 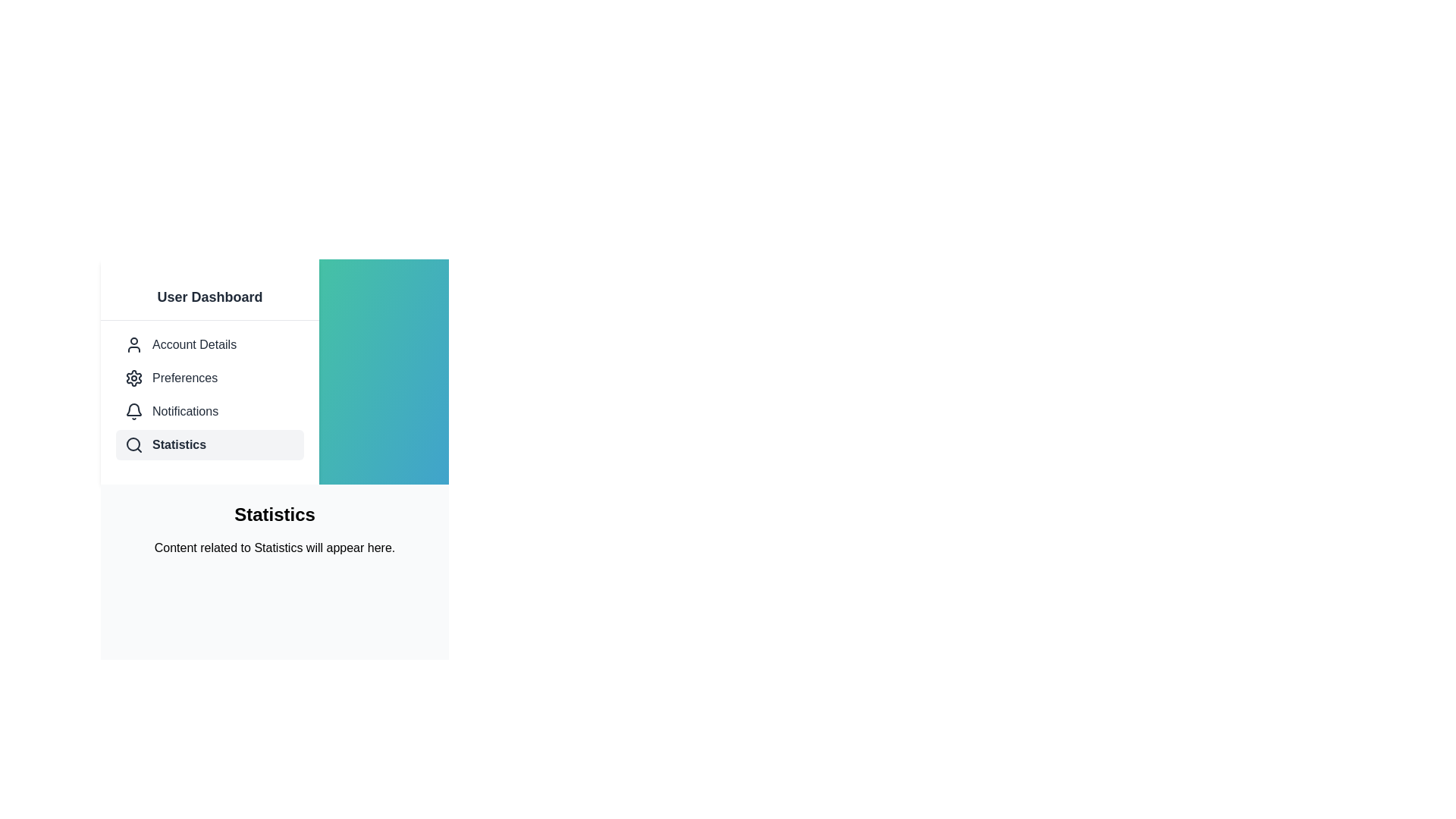 What do you see at coordinates (133, 444) in the screenshot?
I see `the Circle graphic component of the magnifying glass icon, which is part of the UI menu located under the 'User Dashboard' section` at bounding box center [133, 444].